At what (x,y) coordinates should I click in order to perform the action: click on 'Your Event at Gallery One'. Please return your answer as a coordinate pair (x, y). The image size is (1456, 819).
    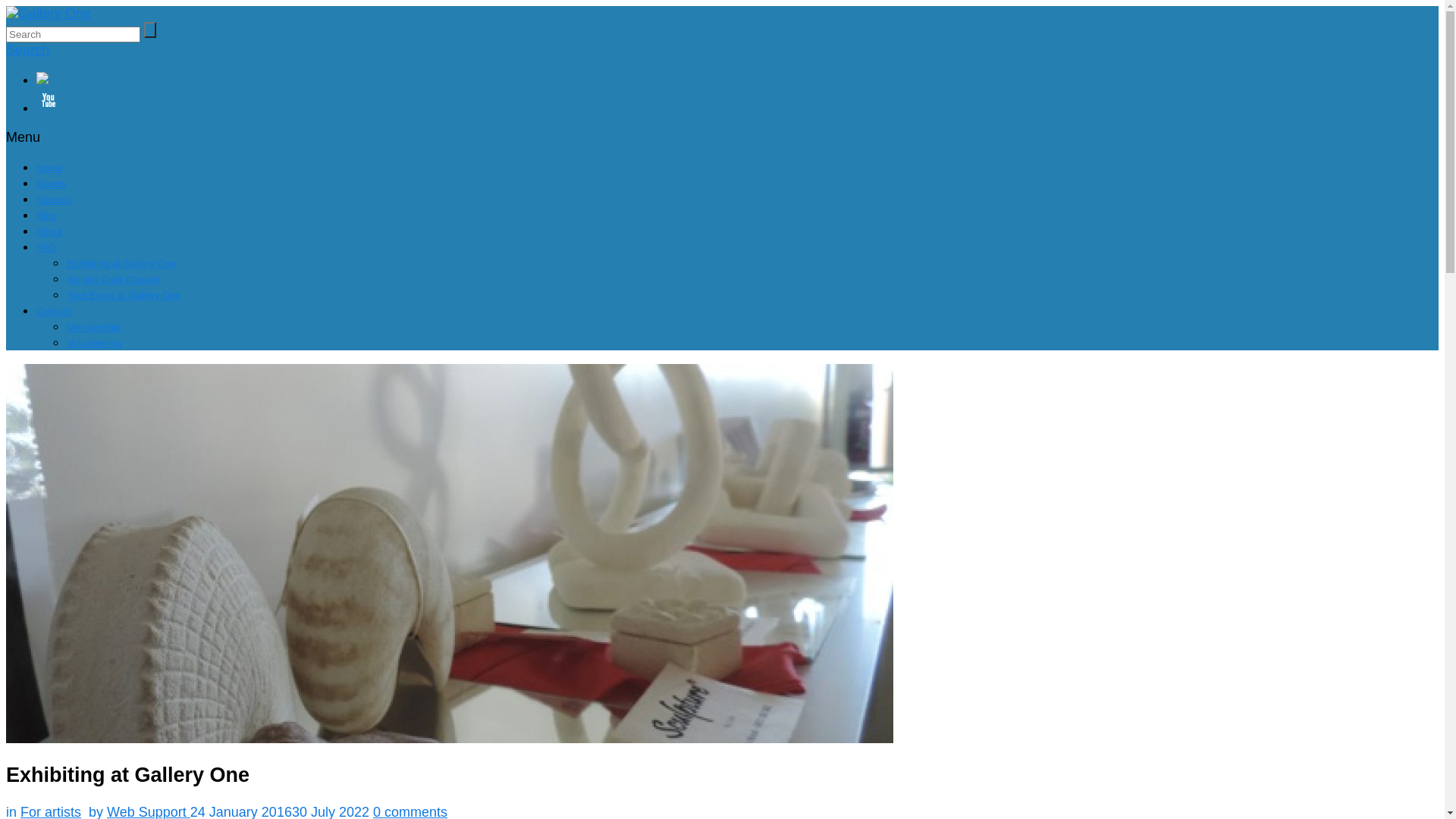
    Looking at the image, I should click on (65, 295).